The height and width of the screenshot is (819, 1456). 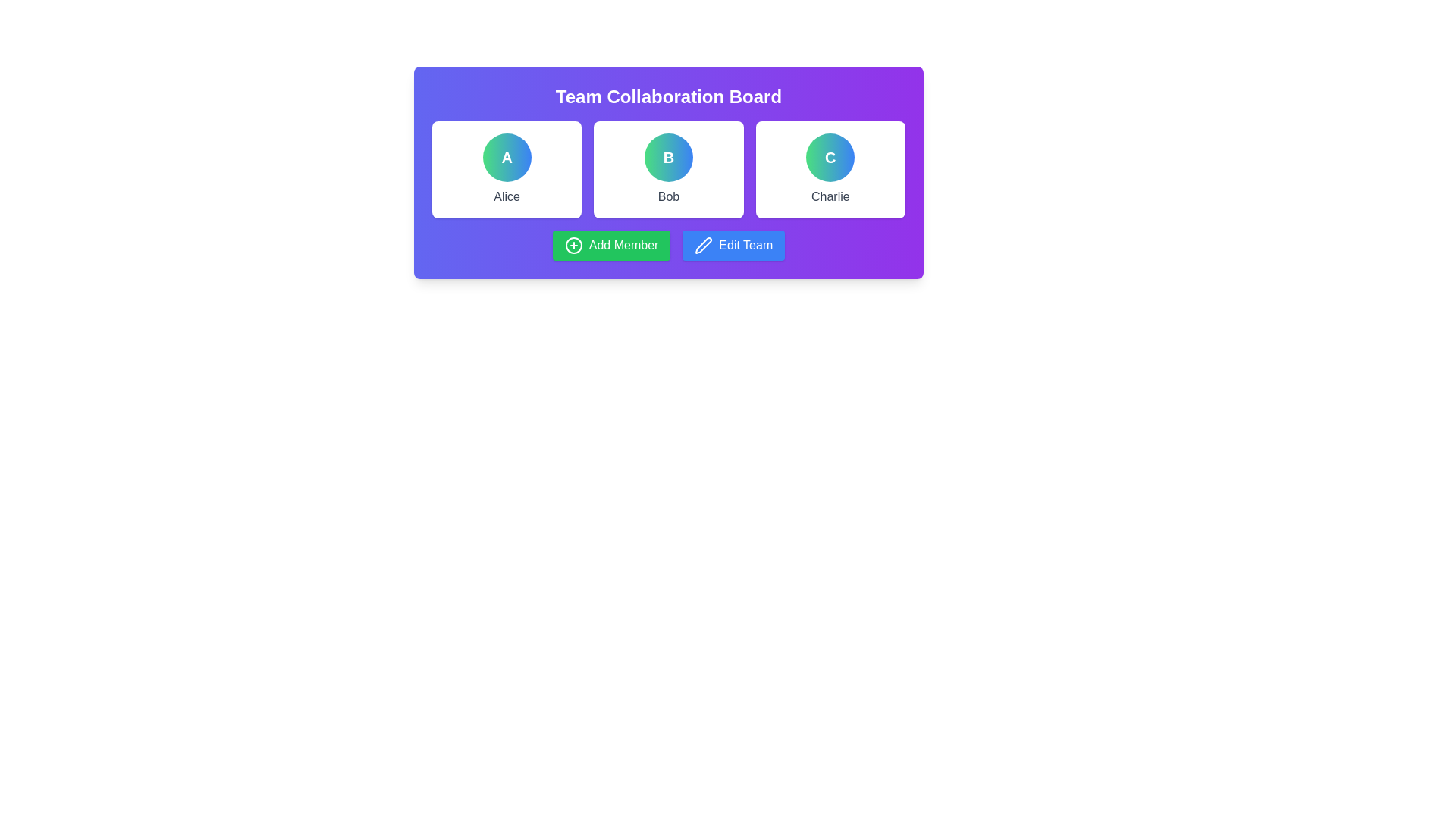 What do you see at coordinates (668, 169) in the screenshot?
I see `the profile card representing user 'Bob', which is the middle item in a row of three similar items, to interact with it` at bounding box center [668, 169].